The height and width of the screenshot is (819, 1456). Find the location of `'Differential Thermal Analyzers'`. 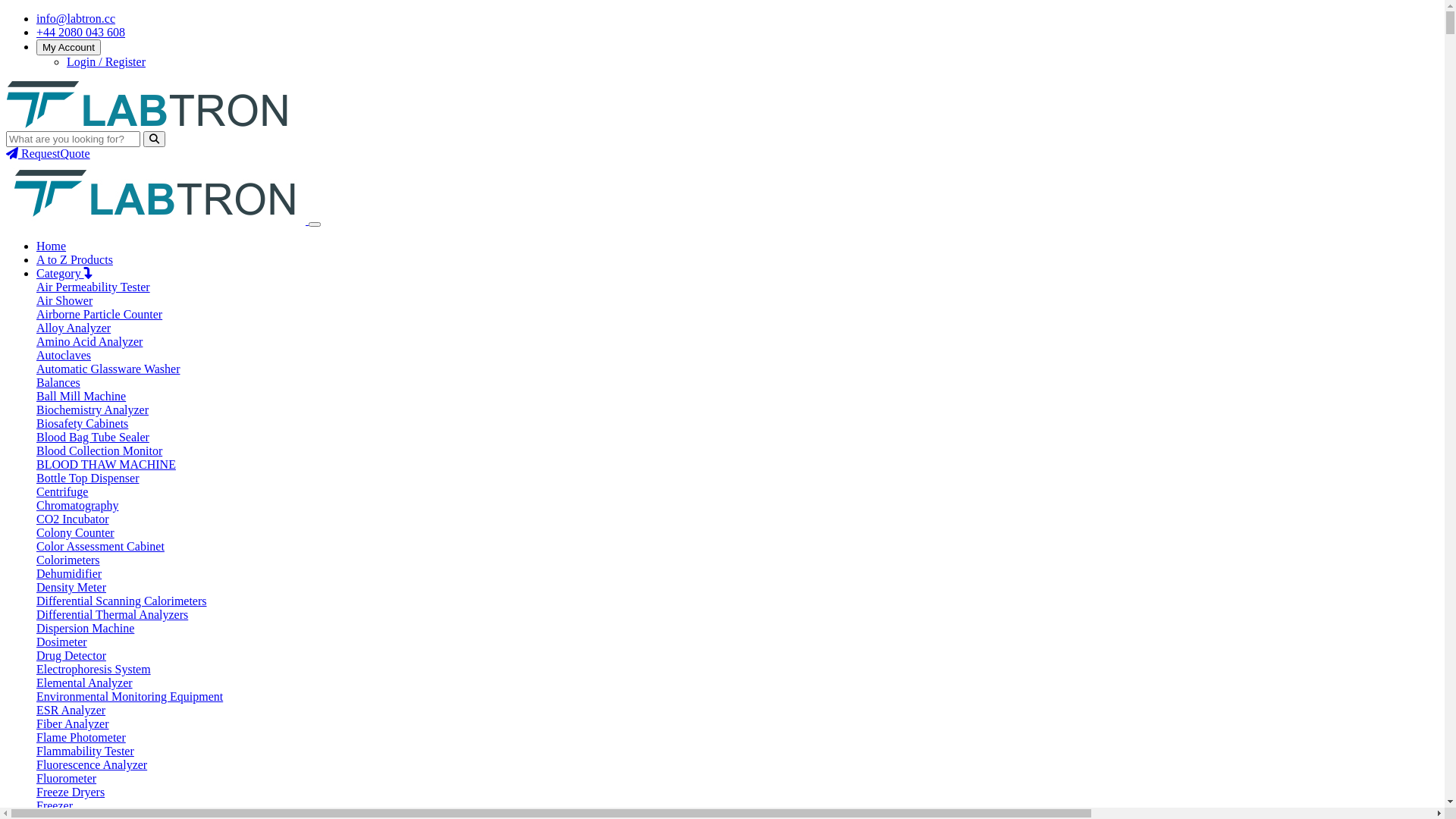

'Differential Thermal Analyzers' is located at coordinates (111, 614).